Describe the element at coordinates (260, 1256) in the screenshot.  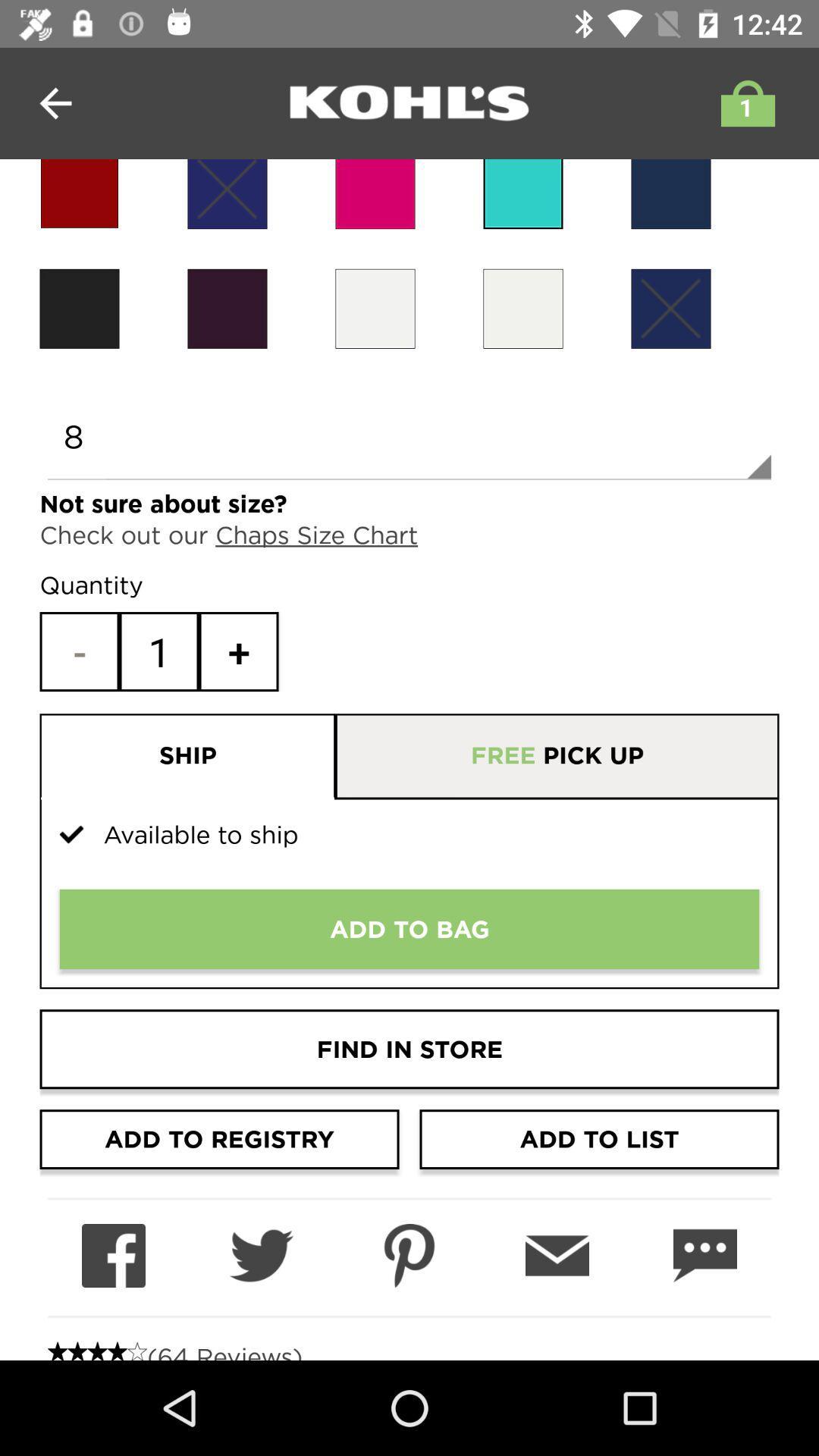
I see `the twitter icon` at that location.